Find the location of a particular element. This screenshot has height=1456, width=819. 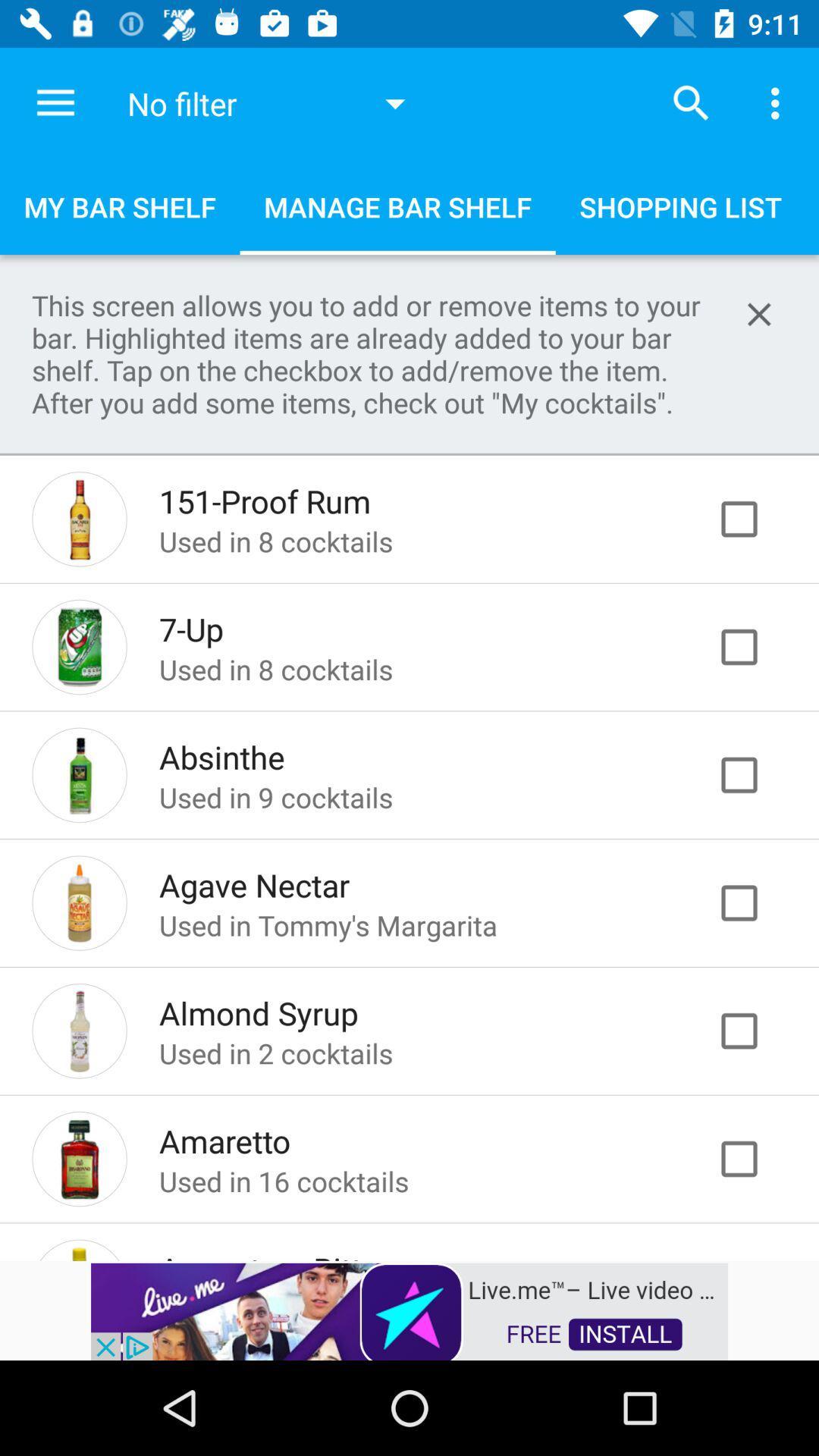

choosing advertisement is located at coordinates (409, 1310).